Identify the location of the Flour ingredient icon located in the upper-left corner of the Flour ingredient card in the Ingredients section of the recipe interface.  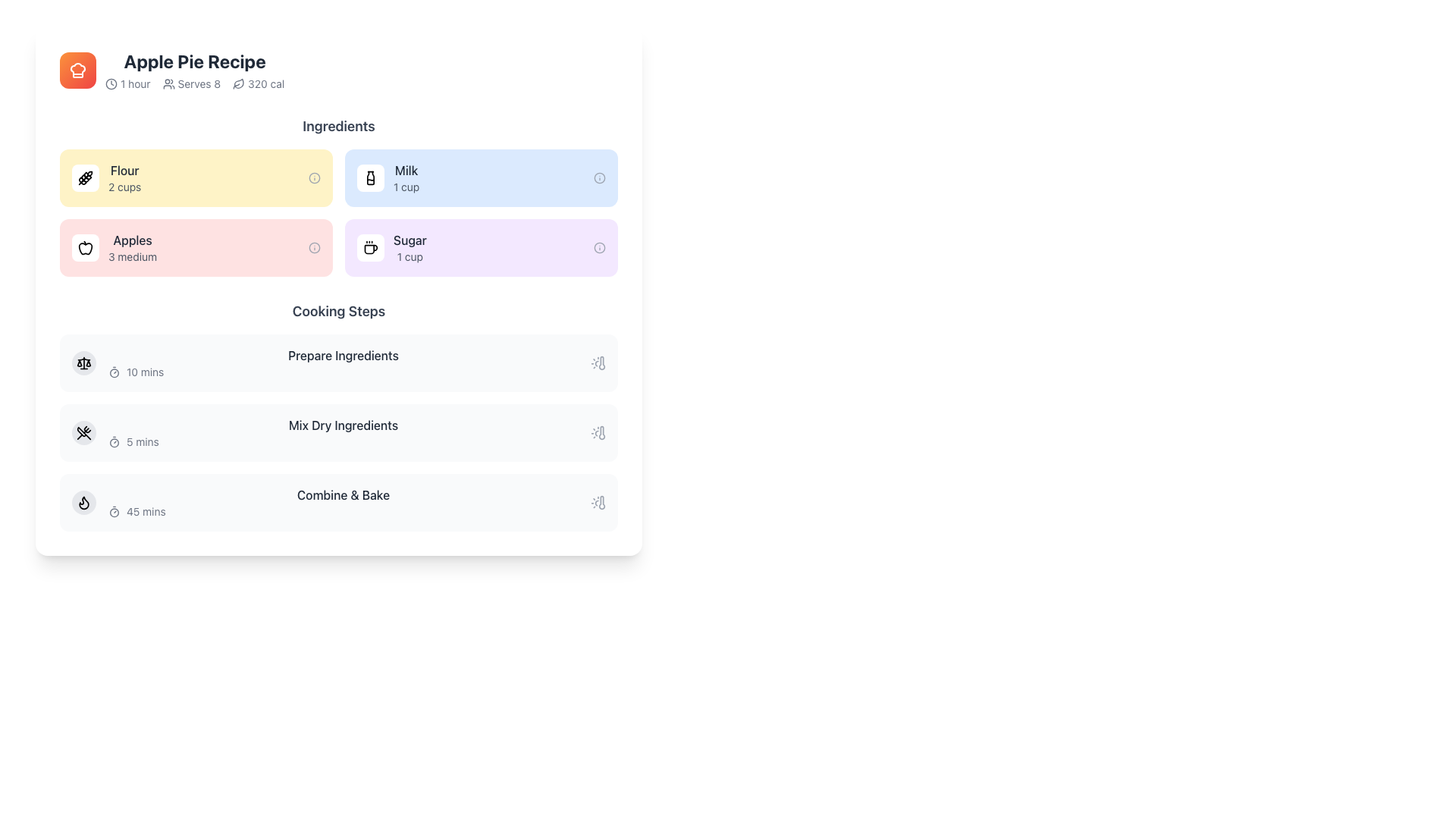
(85, 177).